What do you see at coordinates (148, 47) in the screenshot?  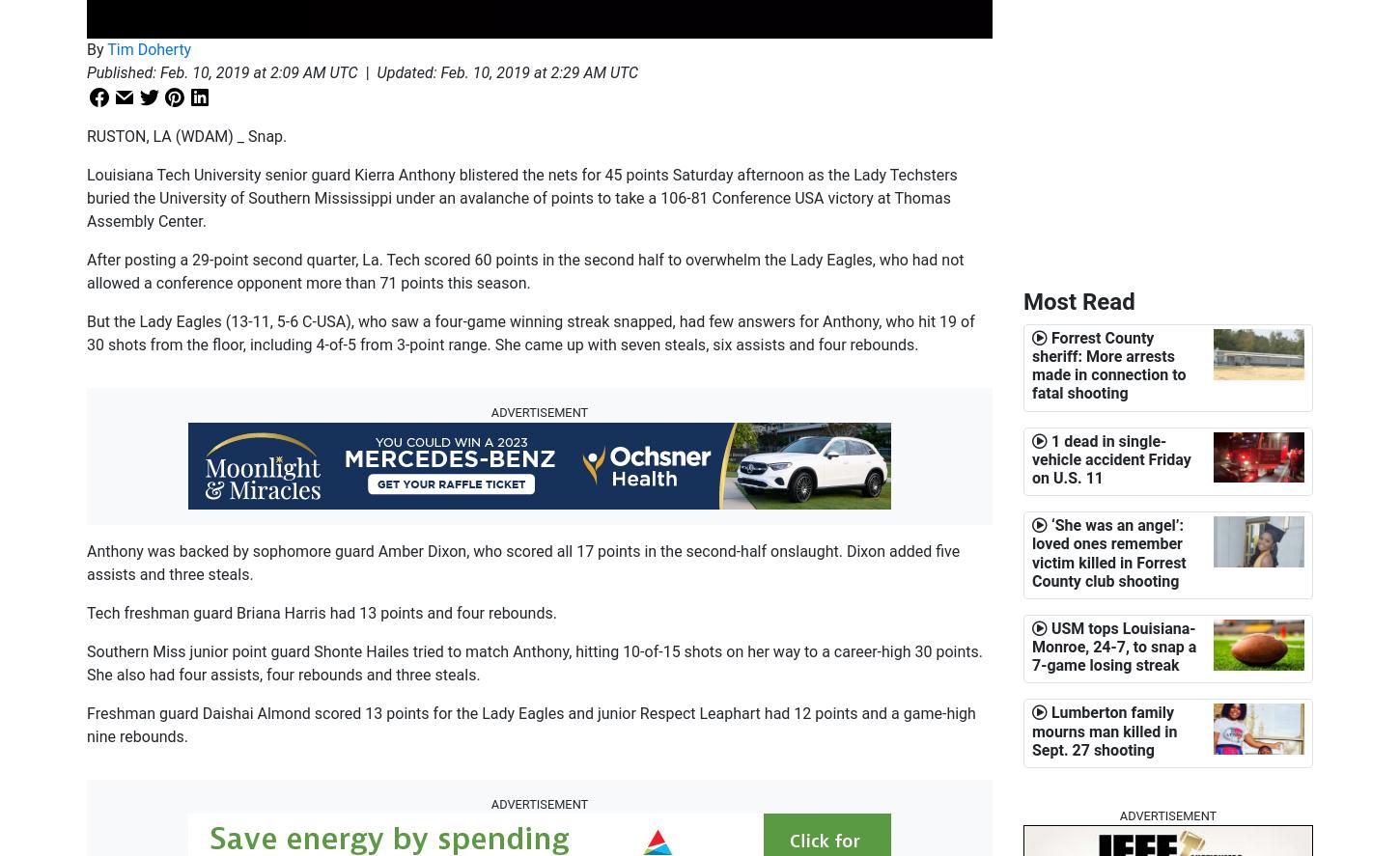 I see `'Tim Doherty'` at bounding box center [148, 47].